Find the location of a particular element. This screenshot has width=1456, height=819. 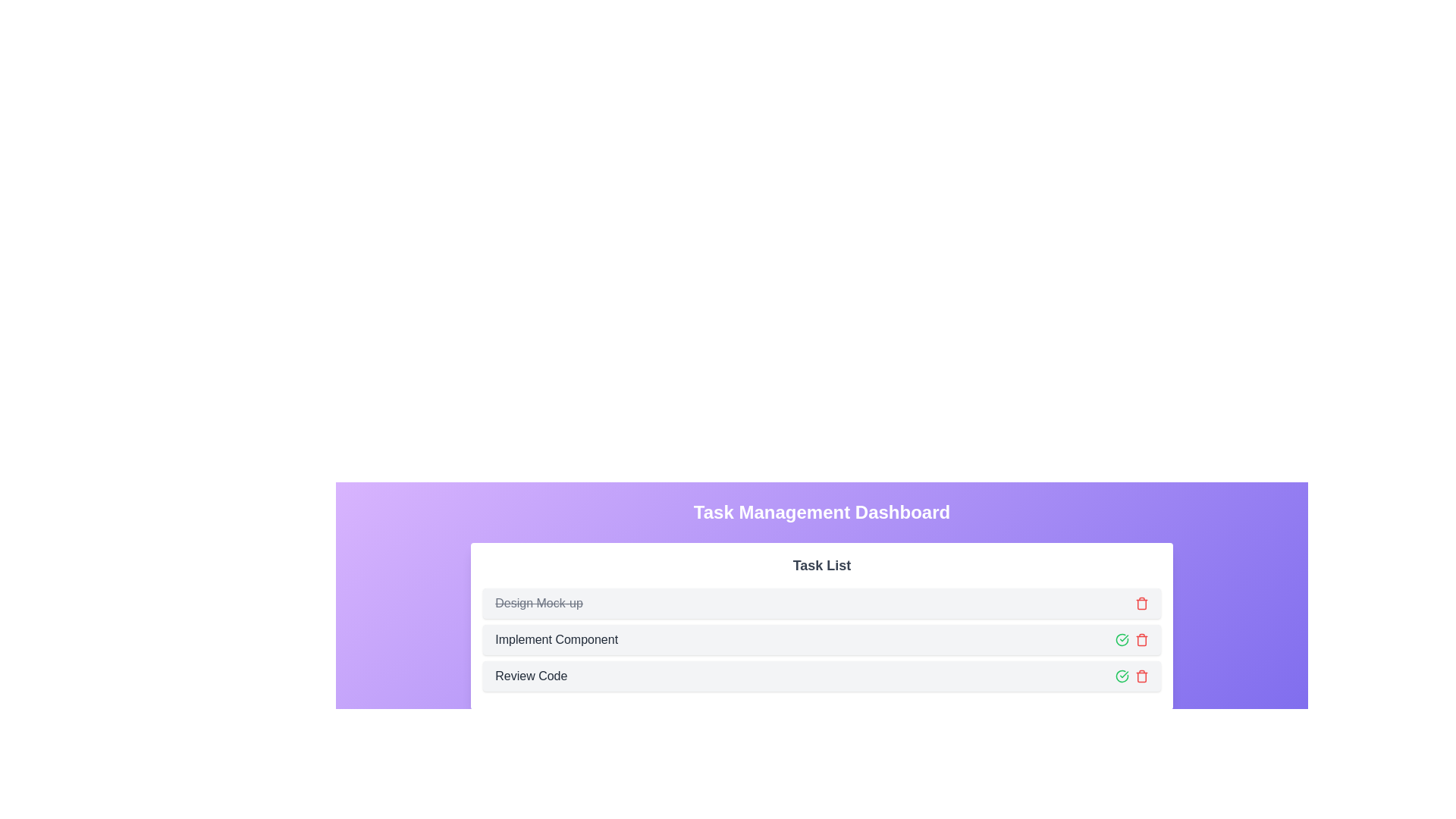

text label that provides information about the third task entry in the vertical task list, located below 'Implement Component' is located at coordinates (531, 675).